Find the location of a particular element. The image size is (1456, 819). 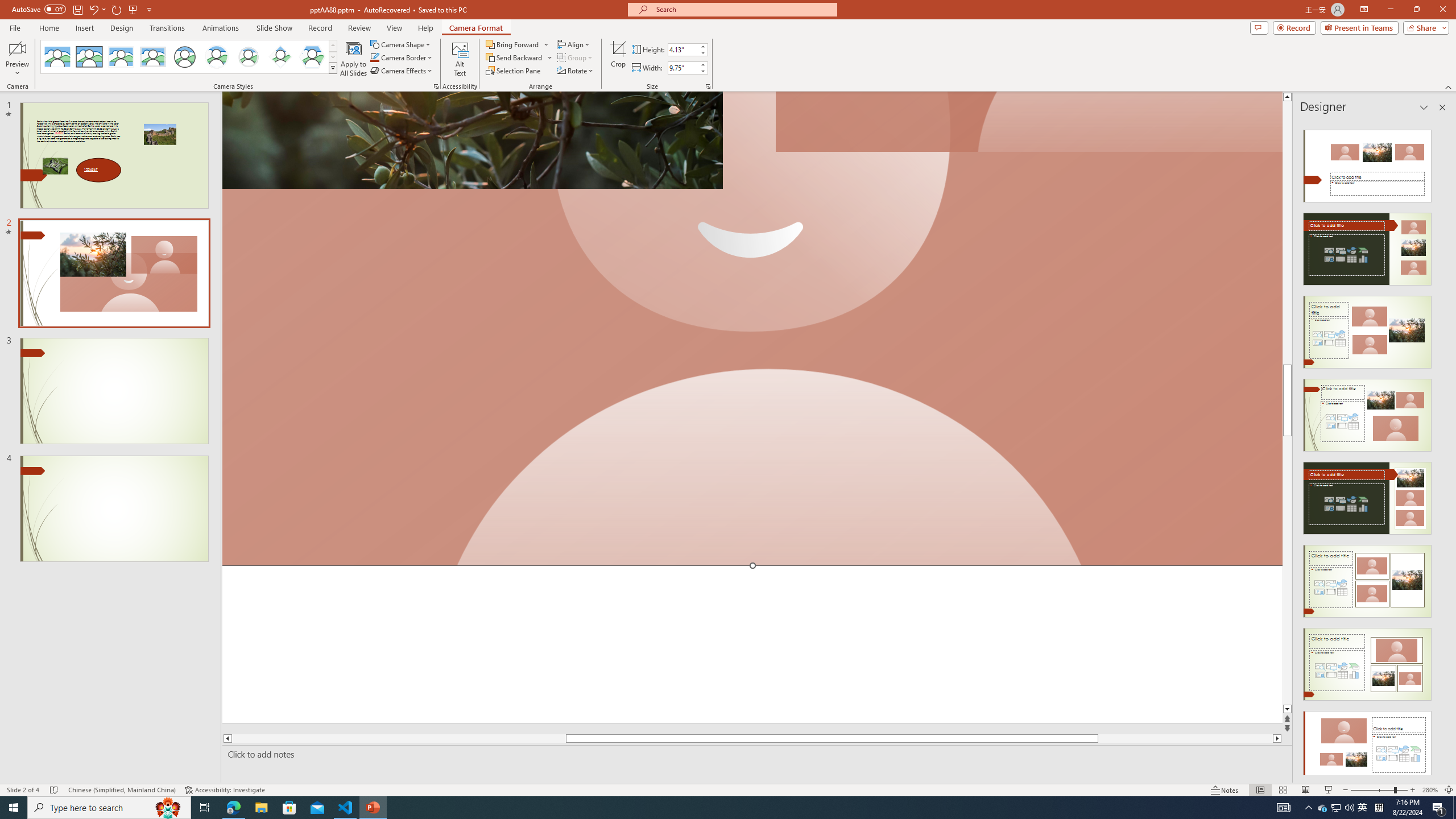

'No Style' is located at coordinates (57, 56).